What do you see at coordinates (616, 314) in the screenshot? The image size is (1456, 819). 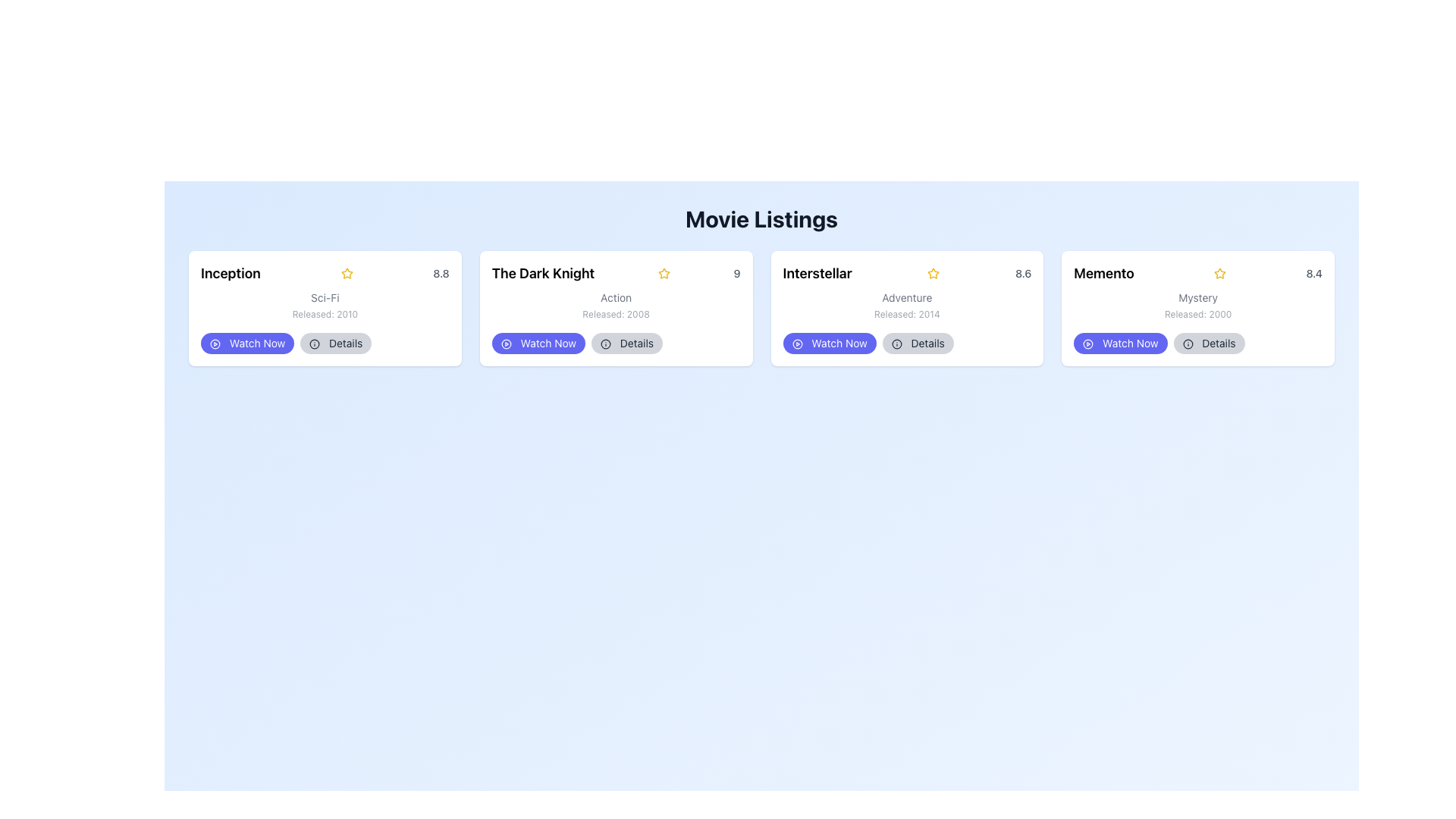 I see `the non-interactive text label displaying the release year of the movie 'The Dark Knight', located under the section 'Movie Listings' and above the action buttons 'Watch Now' and 'Details'` at bounding box center [616, 314].